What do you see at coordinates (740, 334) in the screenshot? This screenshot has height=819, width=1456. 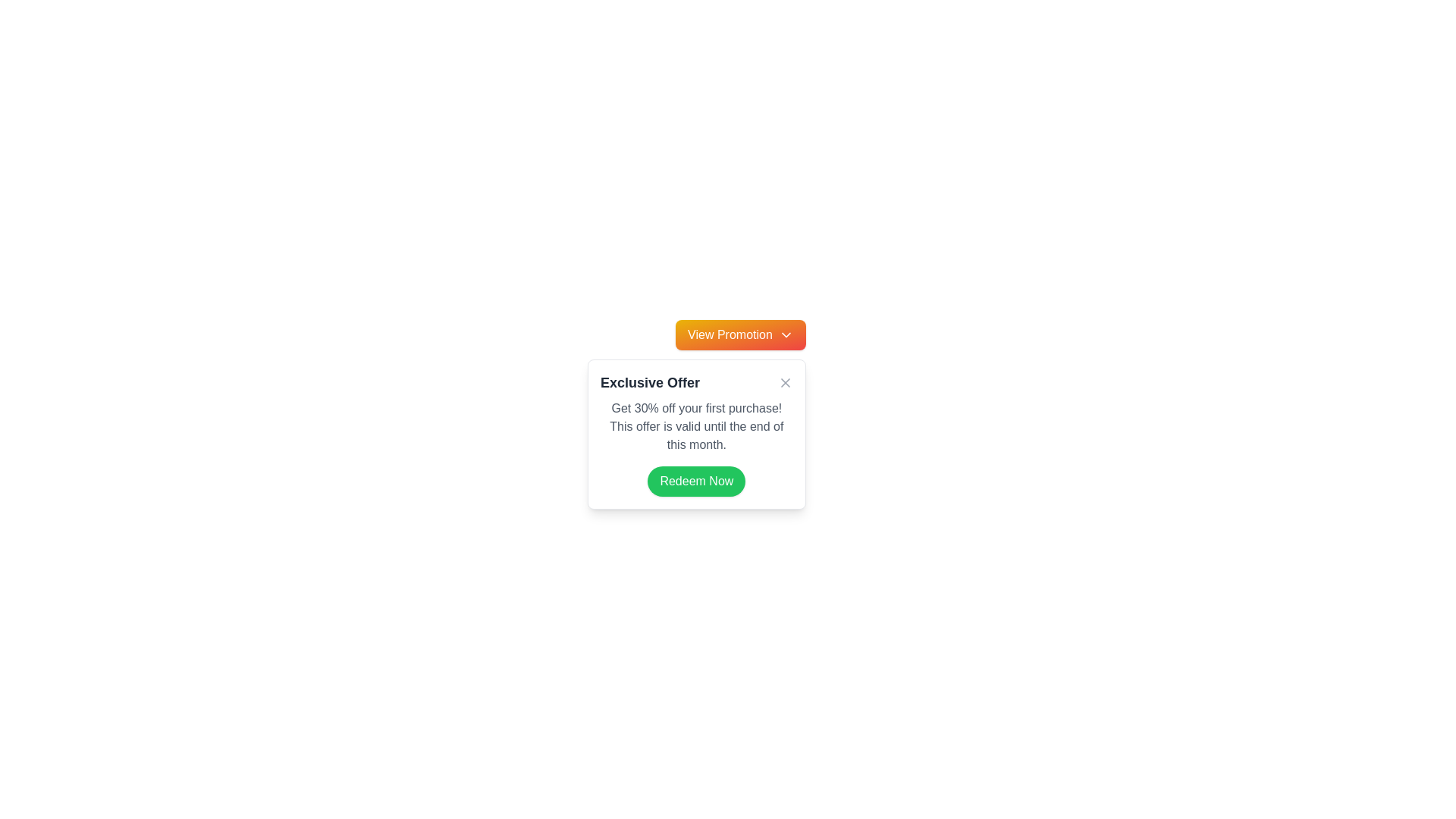 I see `the 'View Promotion' button` at bounding box center [740, 334].